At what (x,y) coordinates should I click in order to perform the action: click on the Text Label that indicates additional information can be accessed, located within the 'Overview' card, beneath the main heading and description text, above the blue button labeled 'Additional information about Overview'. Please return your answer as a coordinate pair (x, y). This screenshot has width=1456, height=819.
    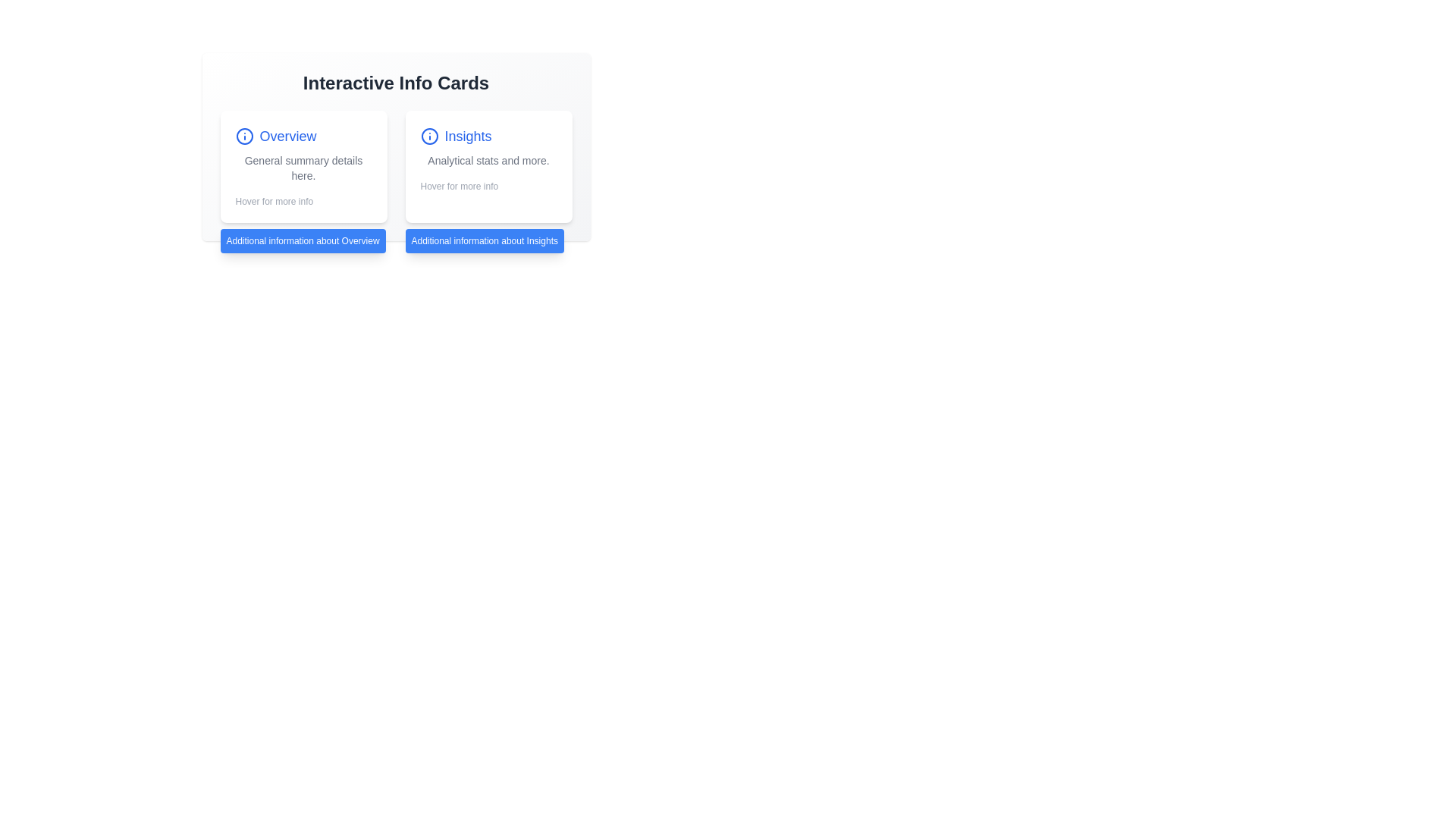
    Looking at the image, I should click on (274, 201).